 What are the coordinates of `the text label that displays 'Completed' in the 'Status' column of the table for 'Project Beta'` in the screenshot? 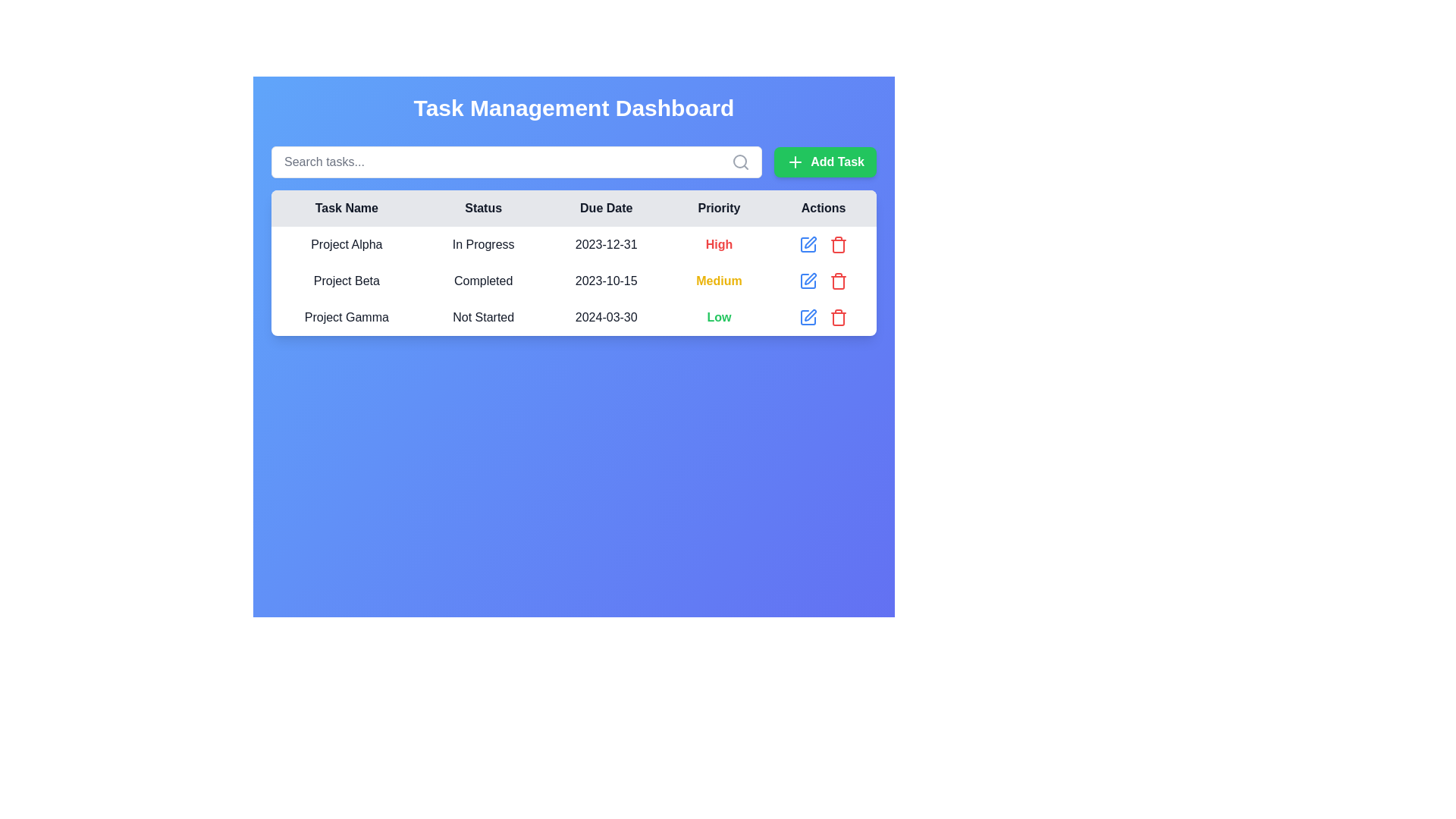 It's located at (482, 281).